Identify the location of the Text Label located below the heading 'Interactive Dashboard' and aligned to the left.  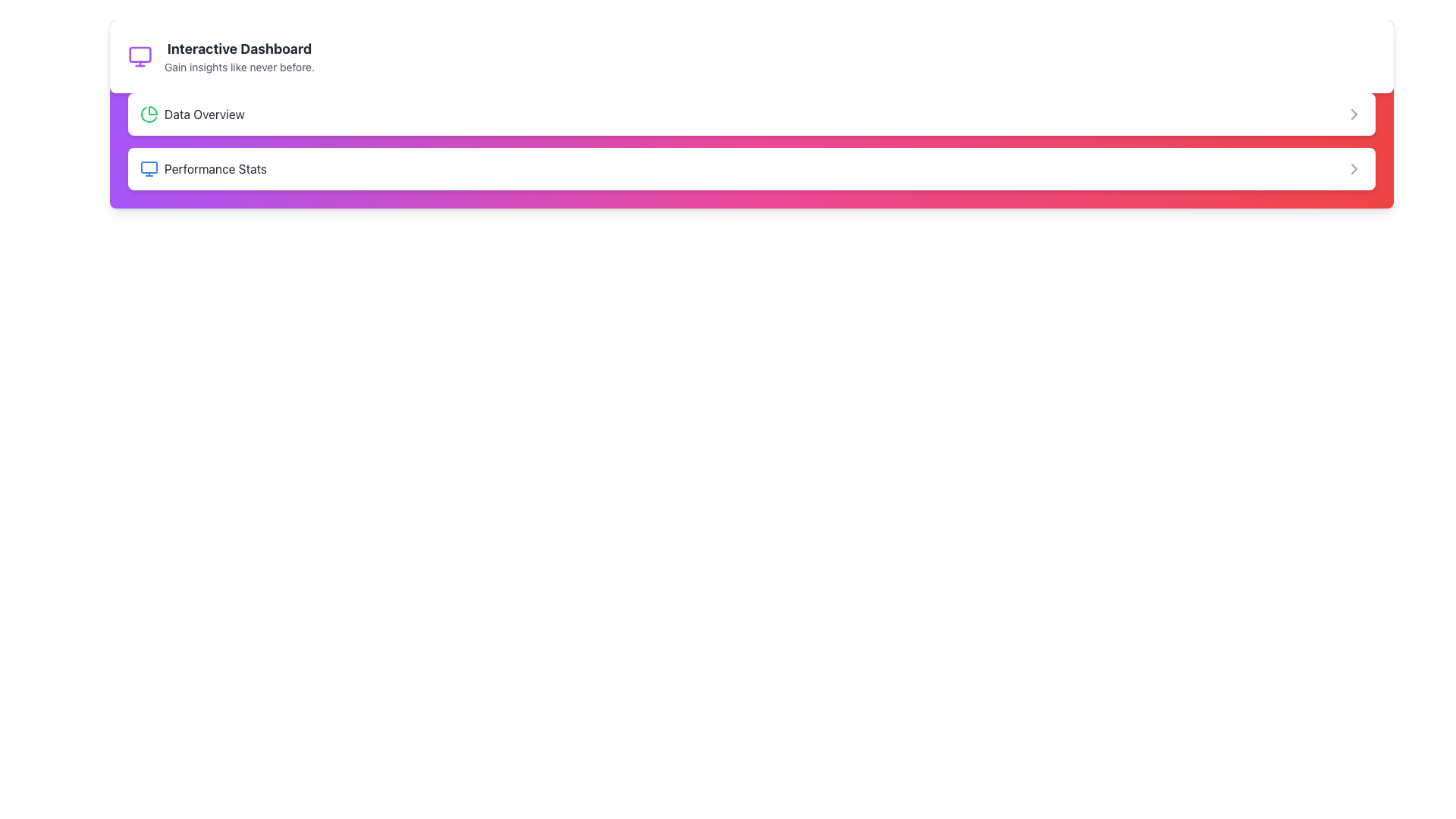
(239, 66).